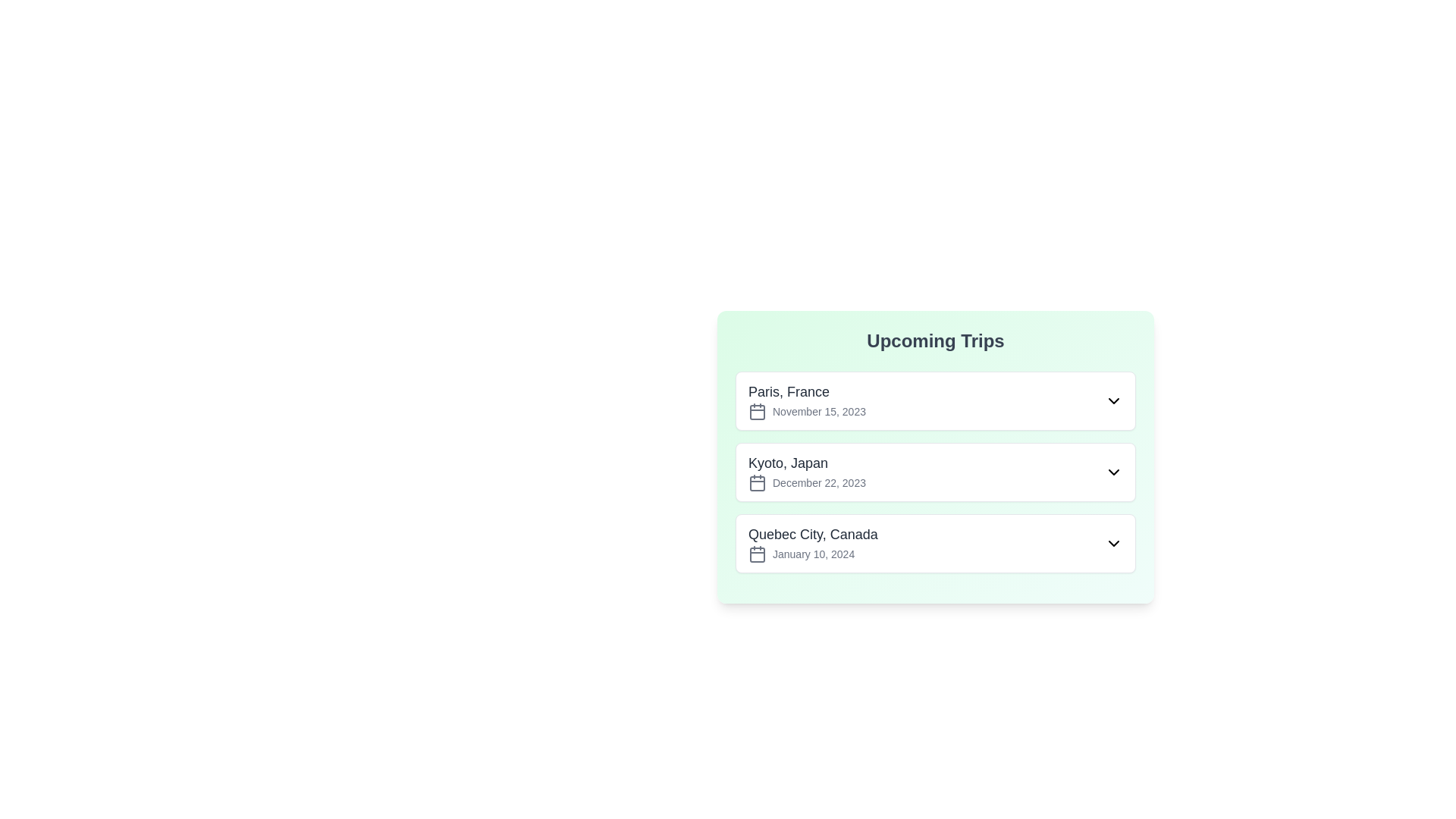 The image size is (1456, 819). Describe the element at coordinates (806, 482) in the screenshot. I see `date information from the informational label located under the 'Kyoto, Japan' section in the trip list` at that location.